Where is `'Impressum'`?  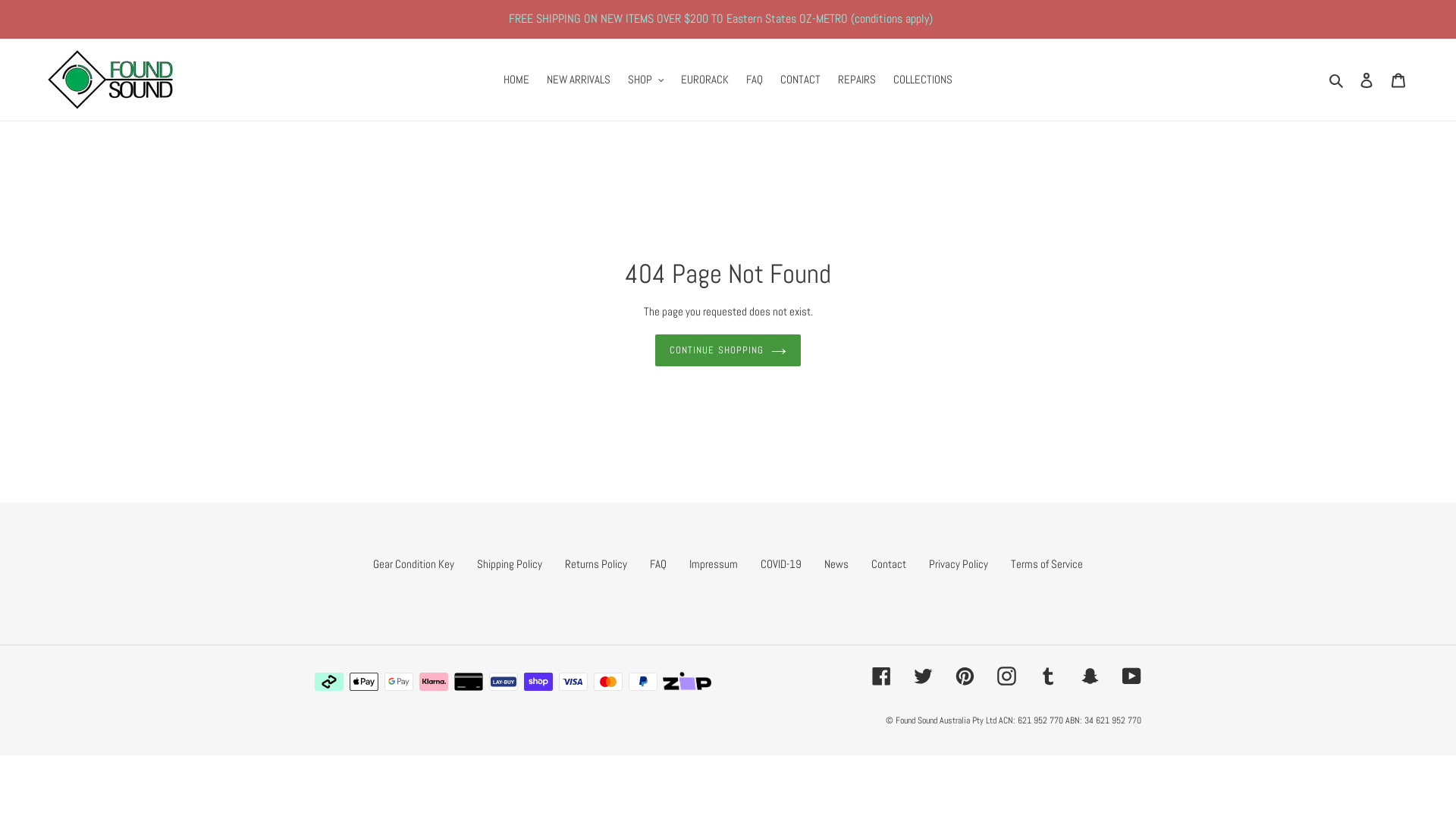
'Impressum' is located at coordinates (712, 563).